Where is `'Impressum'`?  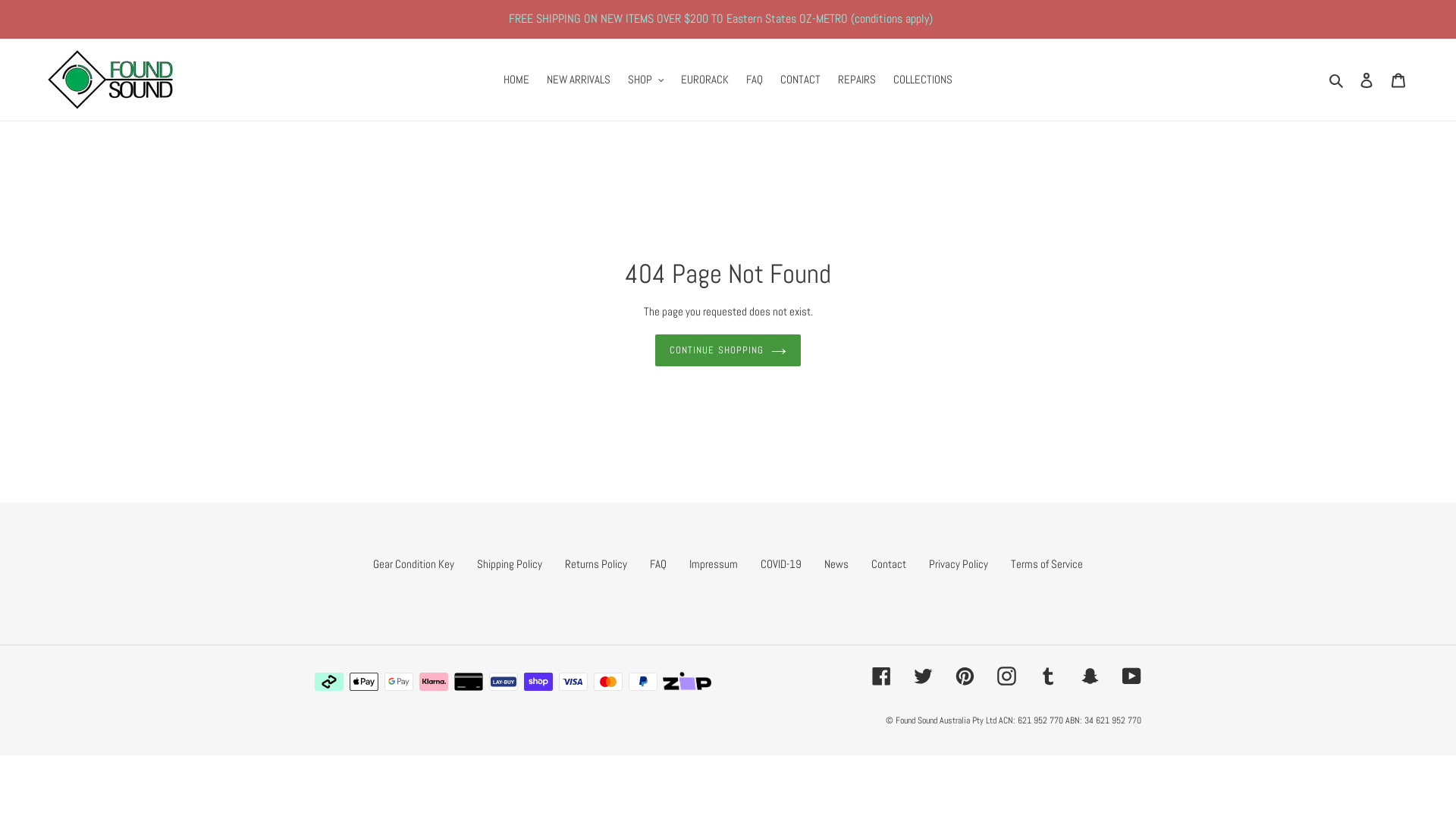
'Impressum' is located at coordinates (712, 563).